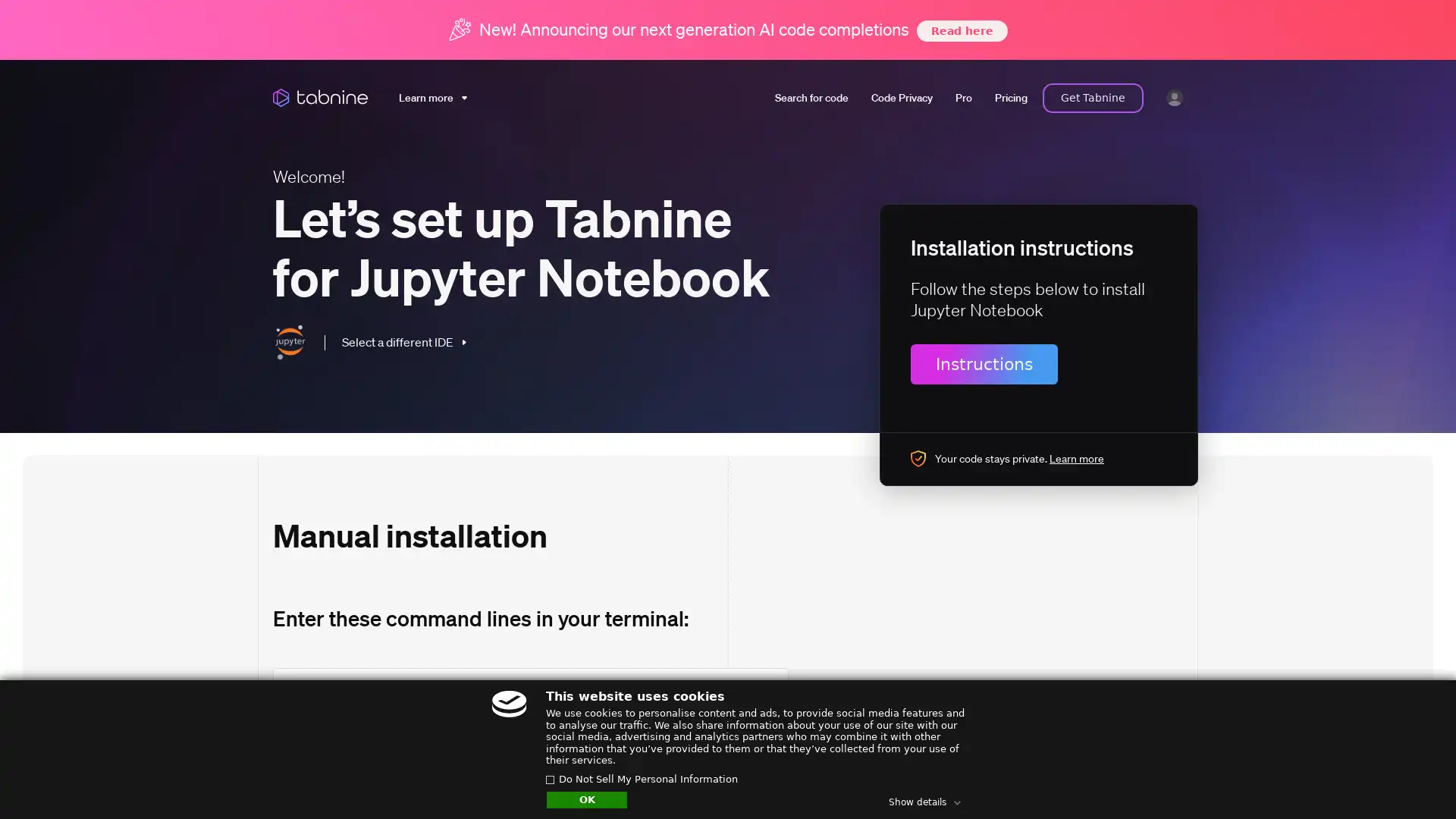 This screenshot has height=819, width=1456. I want to click on Instructions, so click(984, 363).